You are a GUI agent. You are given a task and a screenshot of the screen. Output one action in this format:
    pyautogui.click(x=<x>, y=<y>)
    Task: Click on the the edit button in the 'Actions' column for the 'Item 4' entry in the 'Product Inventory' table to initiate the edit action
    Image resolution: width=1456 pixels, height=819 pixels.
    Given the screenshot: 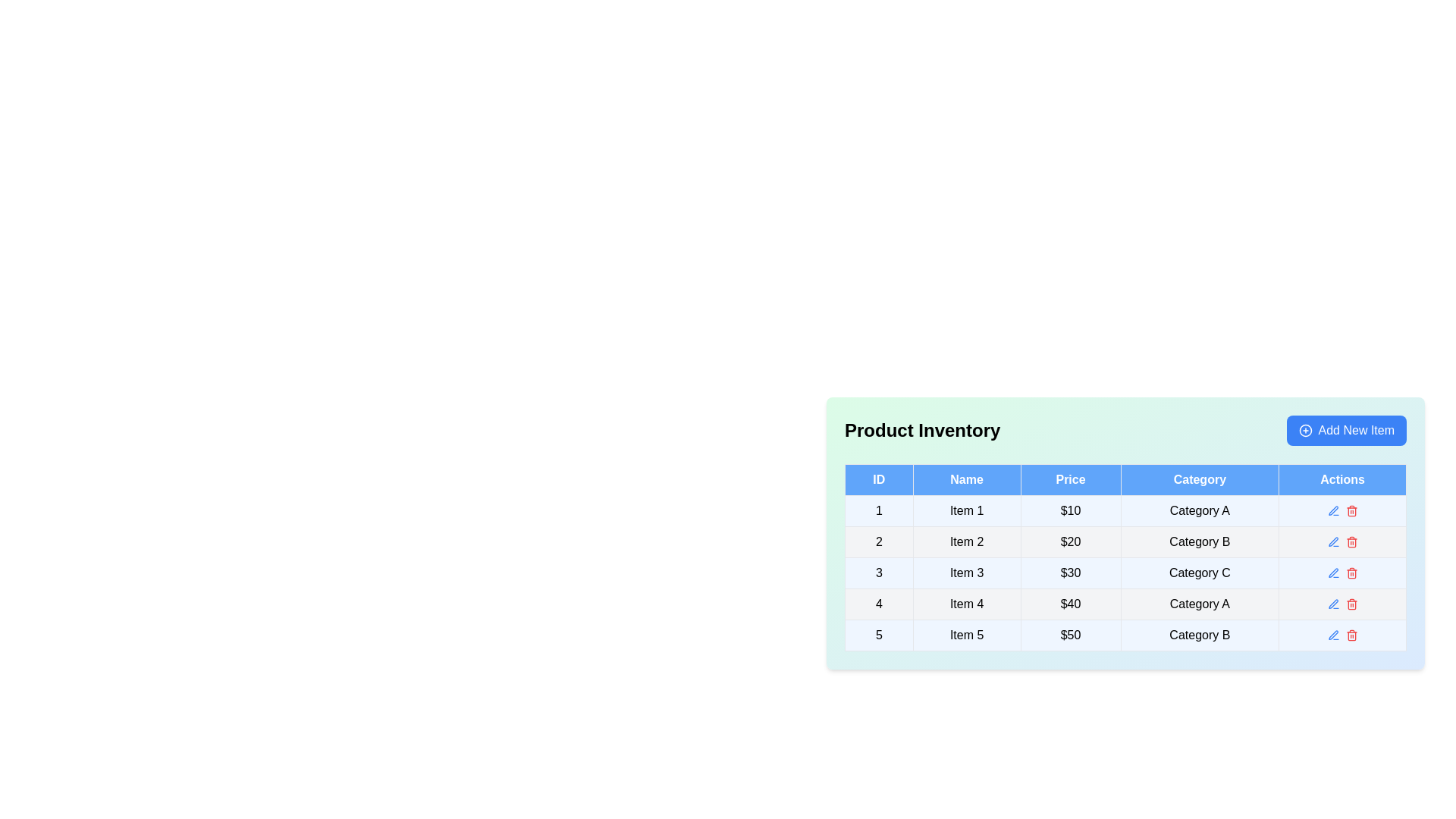 What is the action you would take?
    pyautogui.click(x=1332, y=604)
    